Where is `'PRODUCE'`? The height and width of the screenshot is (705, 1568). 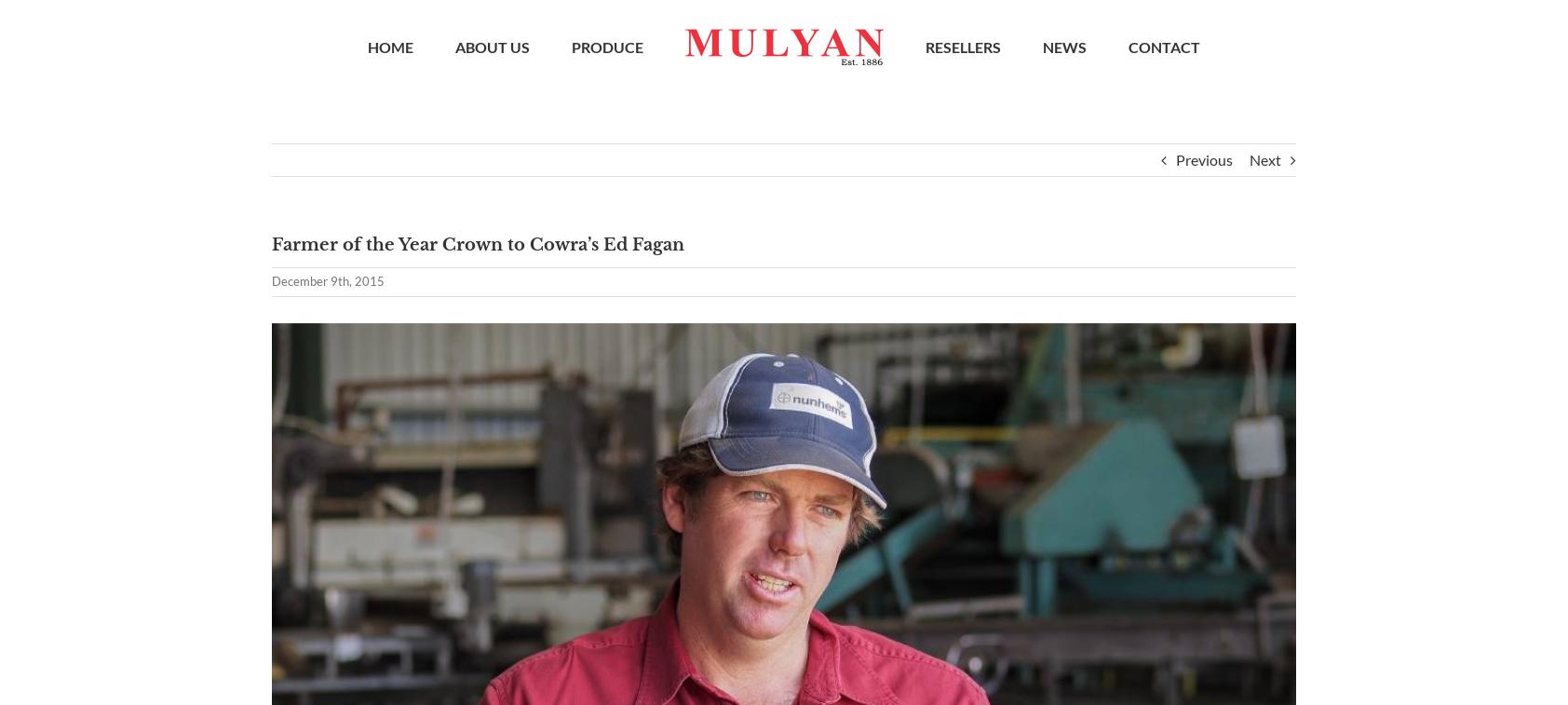
'PRODUCE' is located at coordinates (570, 49).